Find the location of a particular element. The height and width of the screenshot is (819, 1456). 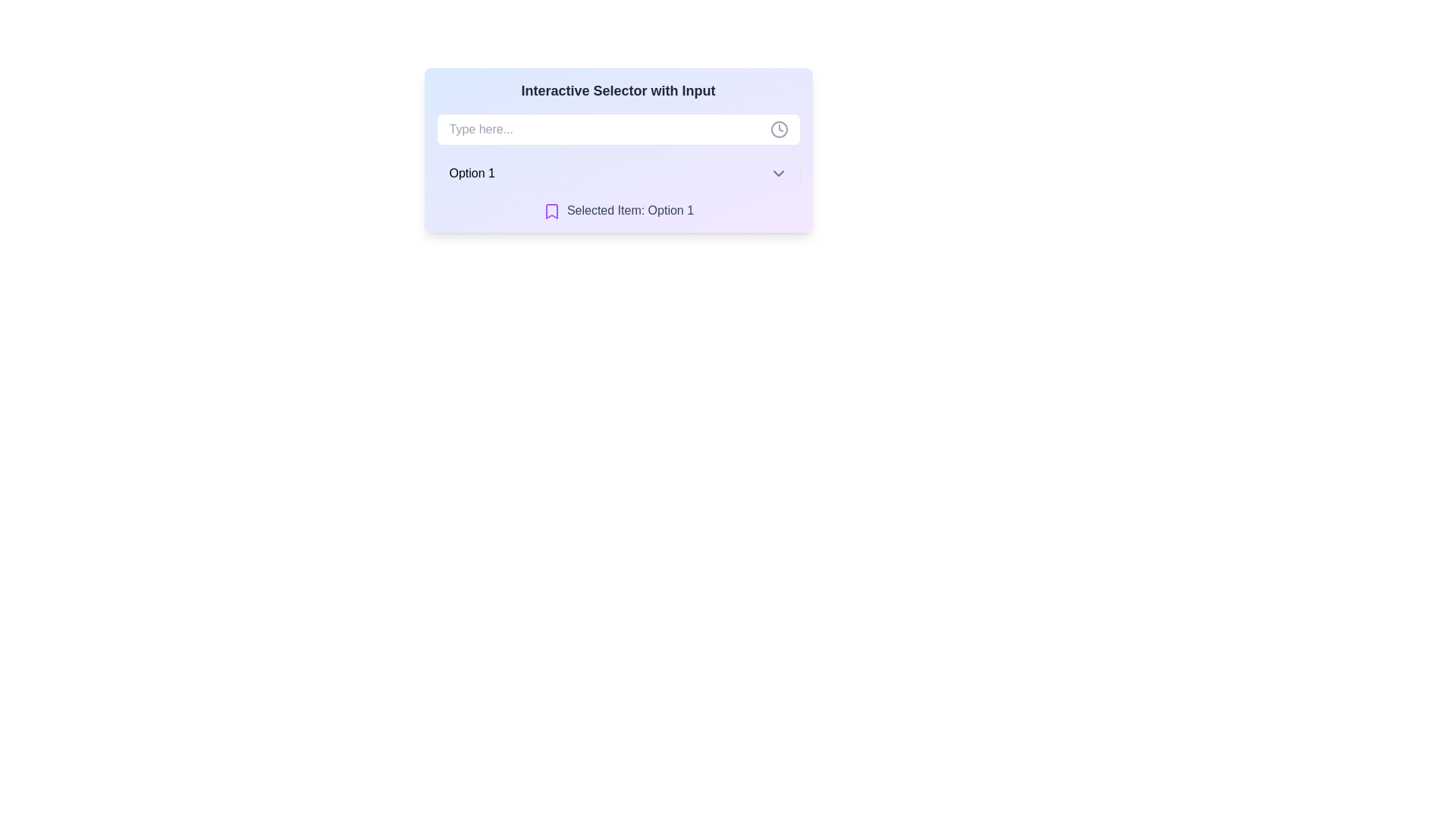

the icon that serves as a status indicator for 'Selected Item: Option 1', located to the left of the text label is located at coordinates (551, 211).